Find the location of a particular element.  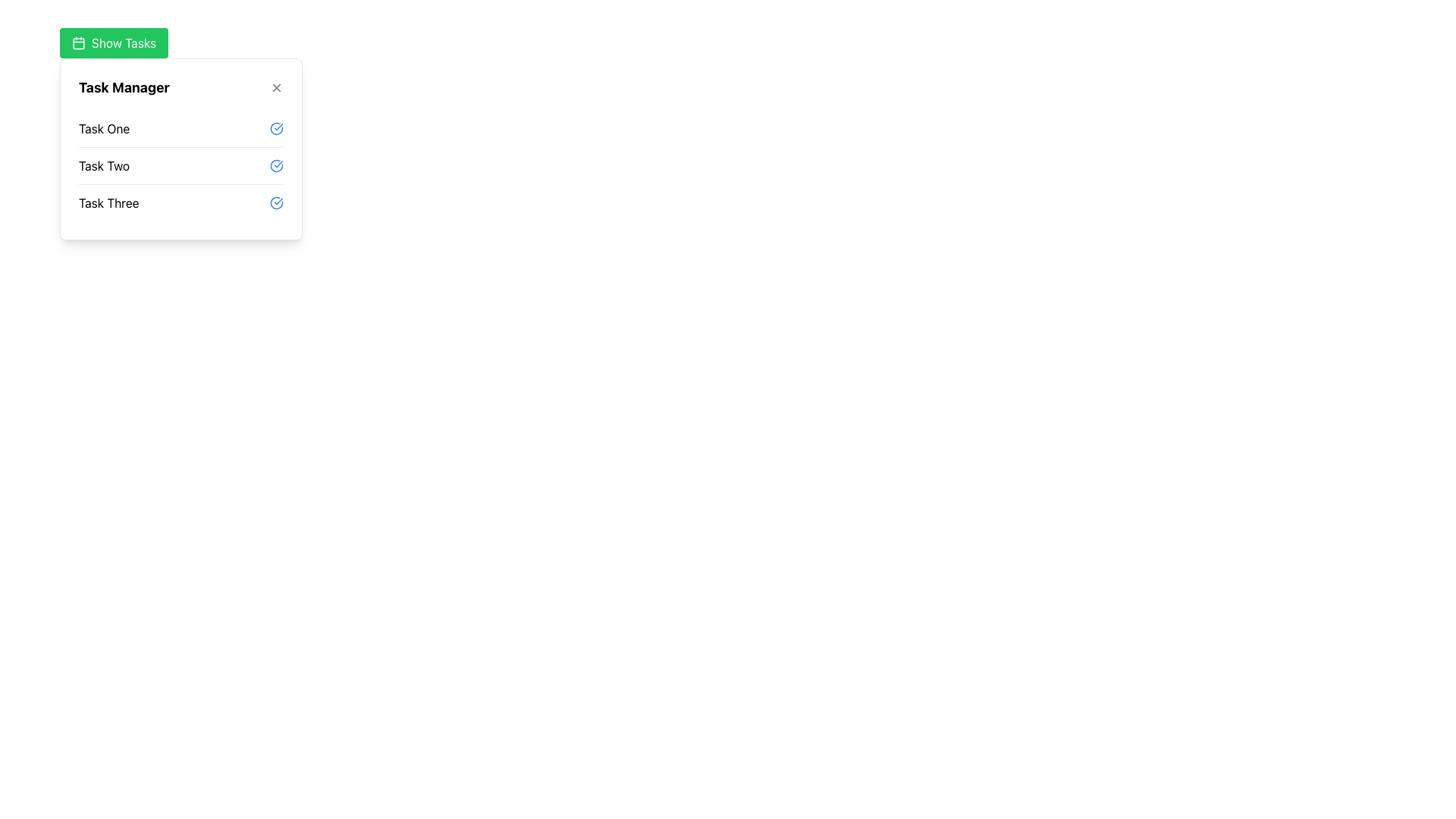

the second task item in the task management system is located at coordinates (181, 149).